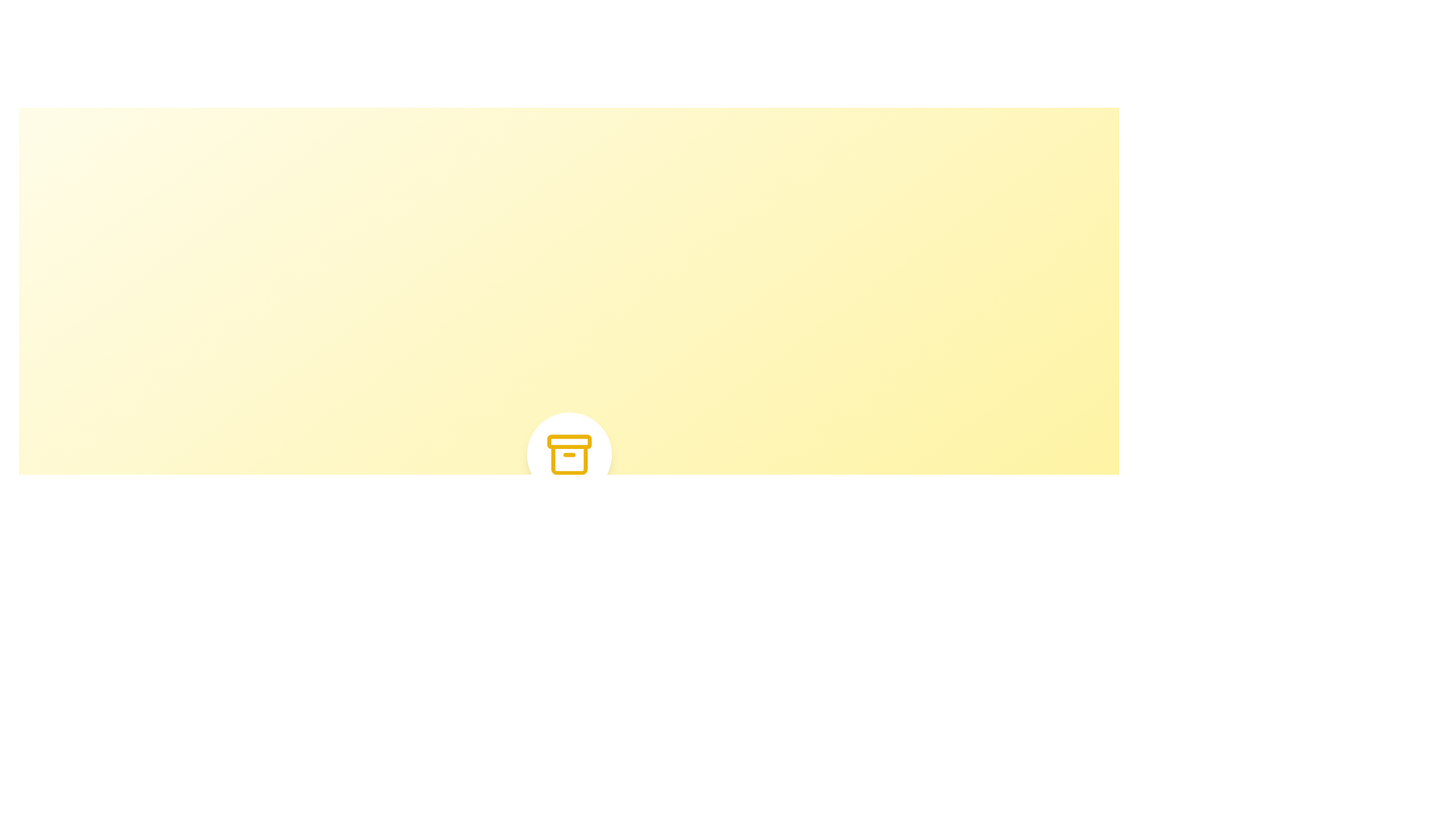 The height and width of the screenshot is (819, 1456). What do you see at coordinates (568, 454) in the screenshot?
I see `the circular card-like icon with a white background and a yellow archive box symbol at its center, located above the 'No Items Available' text and action buttons` at bounding box center [568, 454].